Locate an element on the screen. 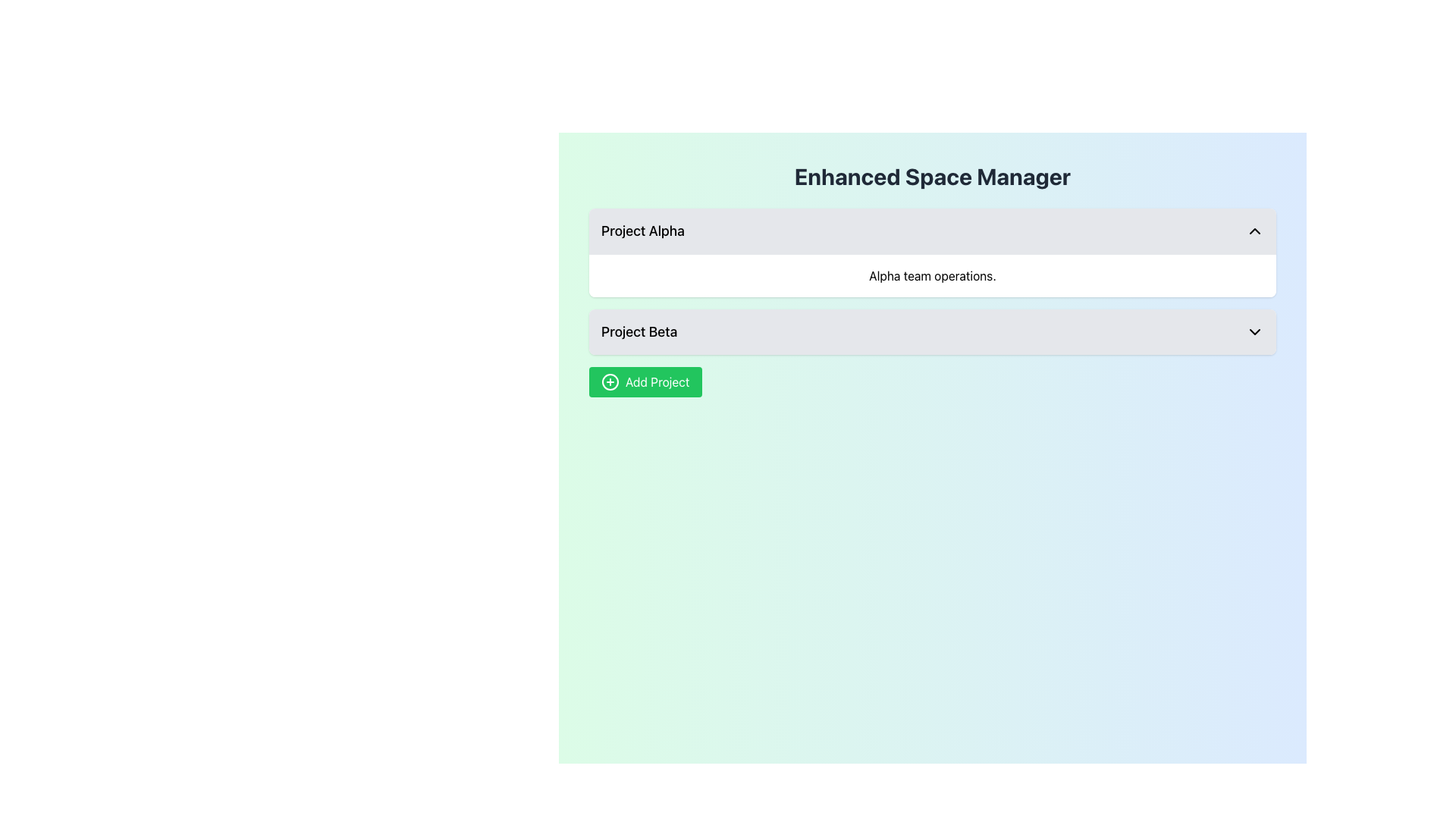  the downward-pointing chevron icon in the lower right corner of the 'Project Beta' section is located at coordinates (1255, 331).